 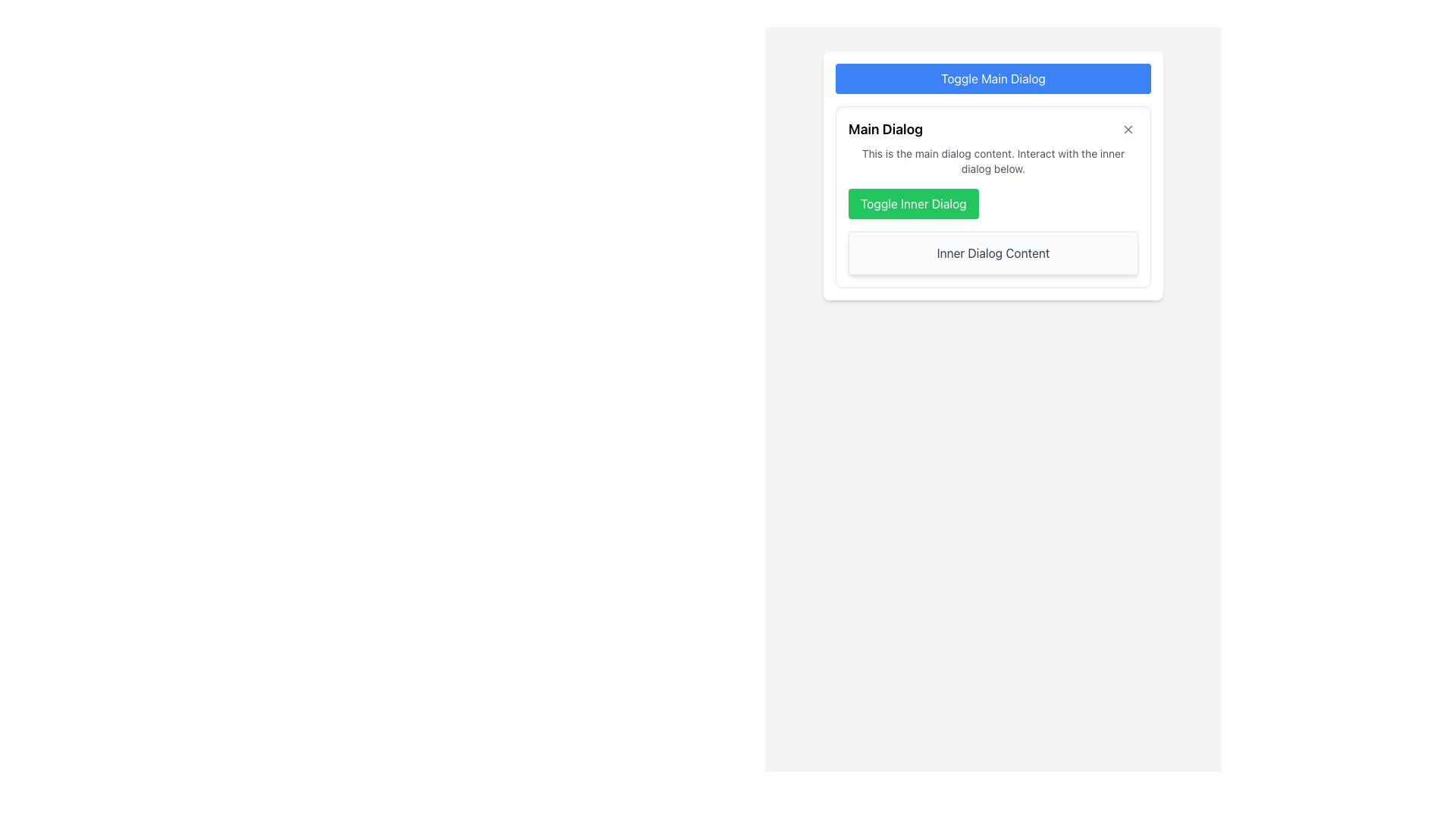 I want to click on the close icon located in the top-right corner of the 'Main Dialog', which is represented by an 'X' formed by two intersecting lines, so click(x=1128, y=128).